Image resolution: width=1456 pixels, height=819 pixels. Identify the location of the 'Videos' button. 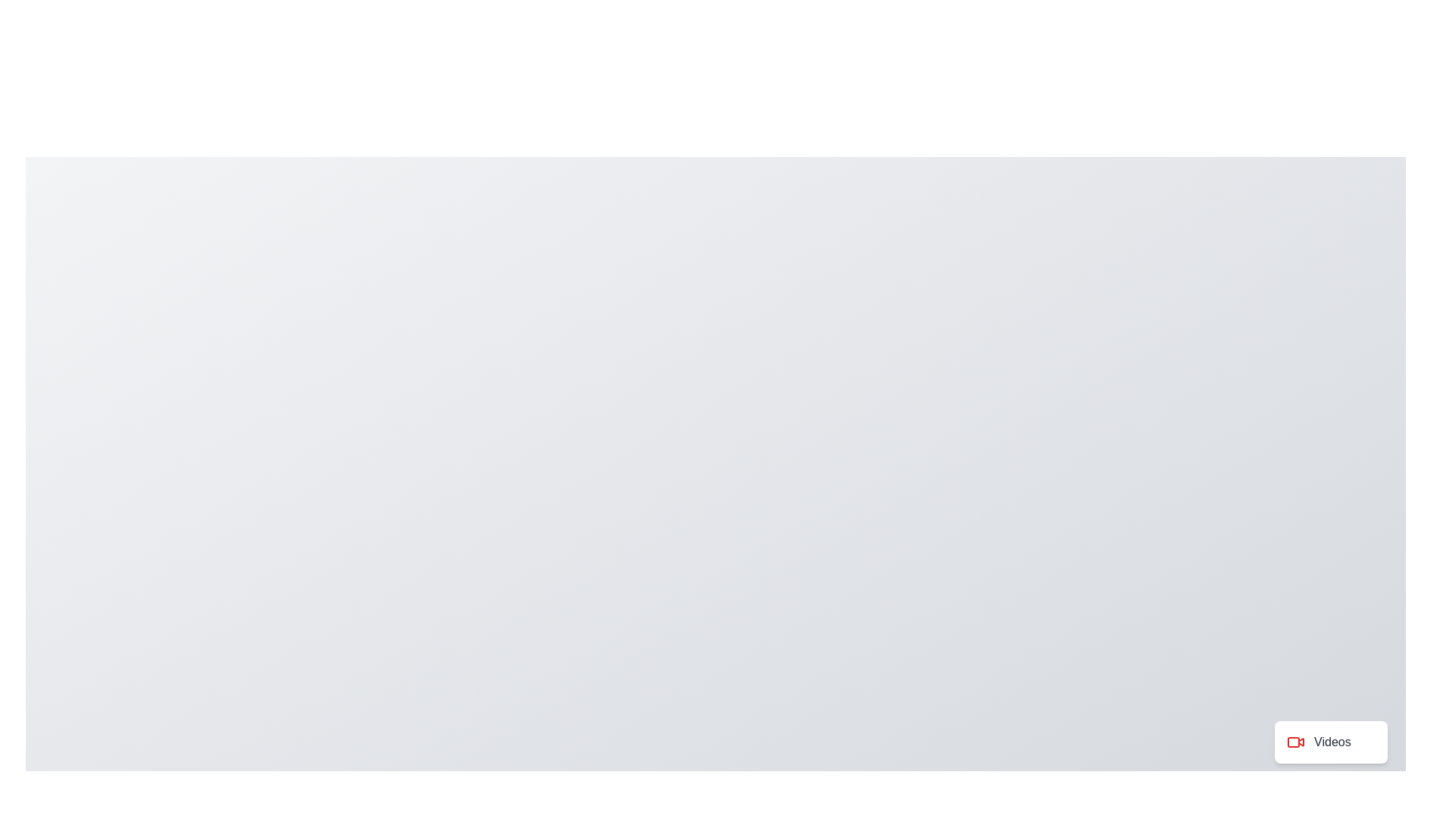
(1330, 742).